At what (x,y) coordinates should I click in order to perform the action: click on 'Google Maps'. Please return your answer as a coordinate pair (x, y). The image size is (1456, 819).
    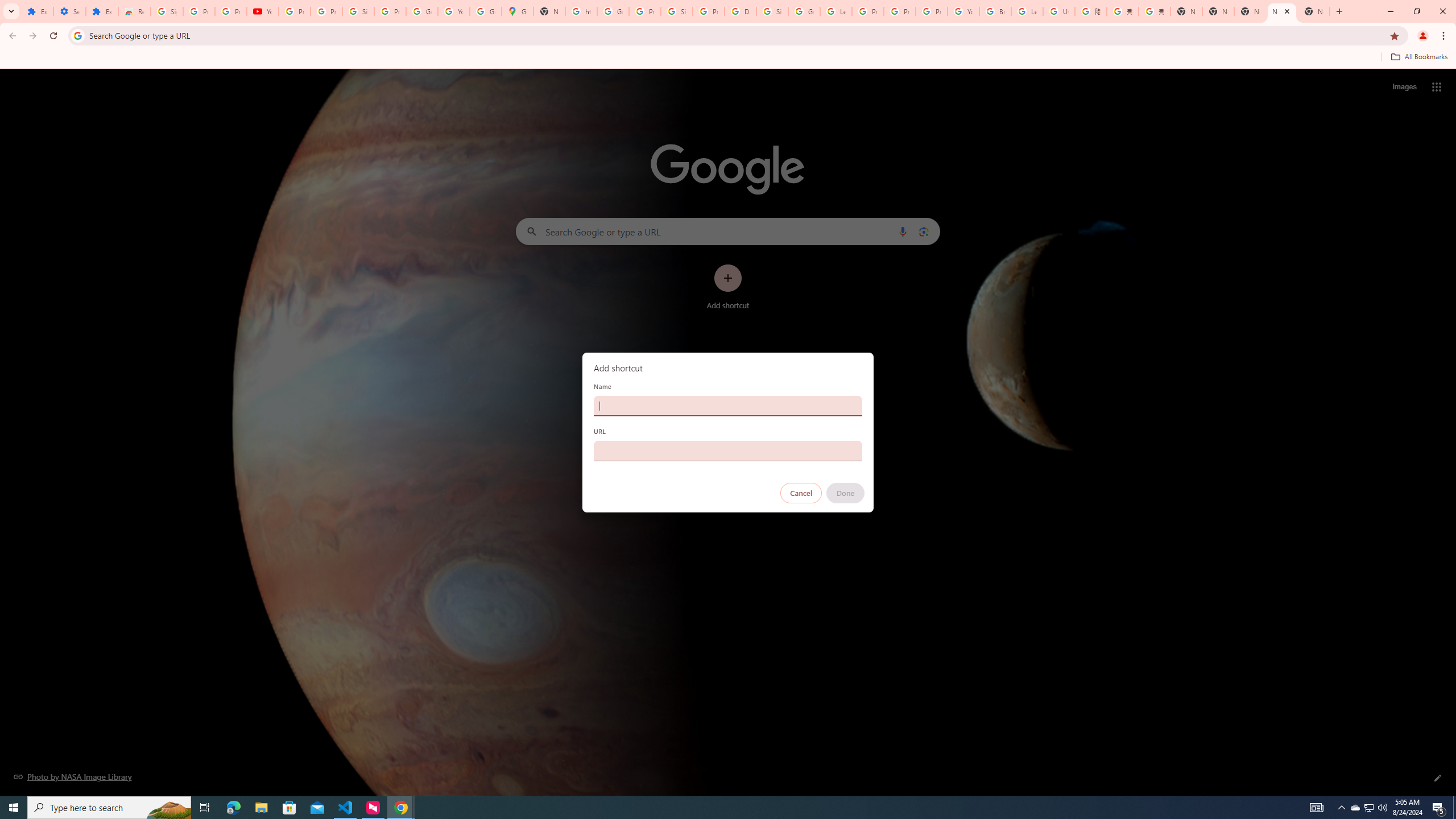
    Looking at the image, I should click on (517, 11).